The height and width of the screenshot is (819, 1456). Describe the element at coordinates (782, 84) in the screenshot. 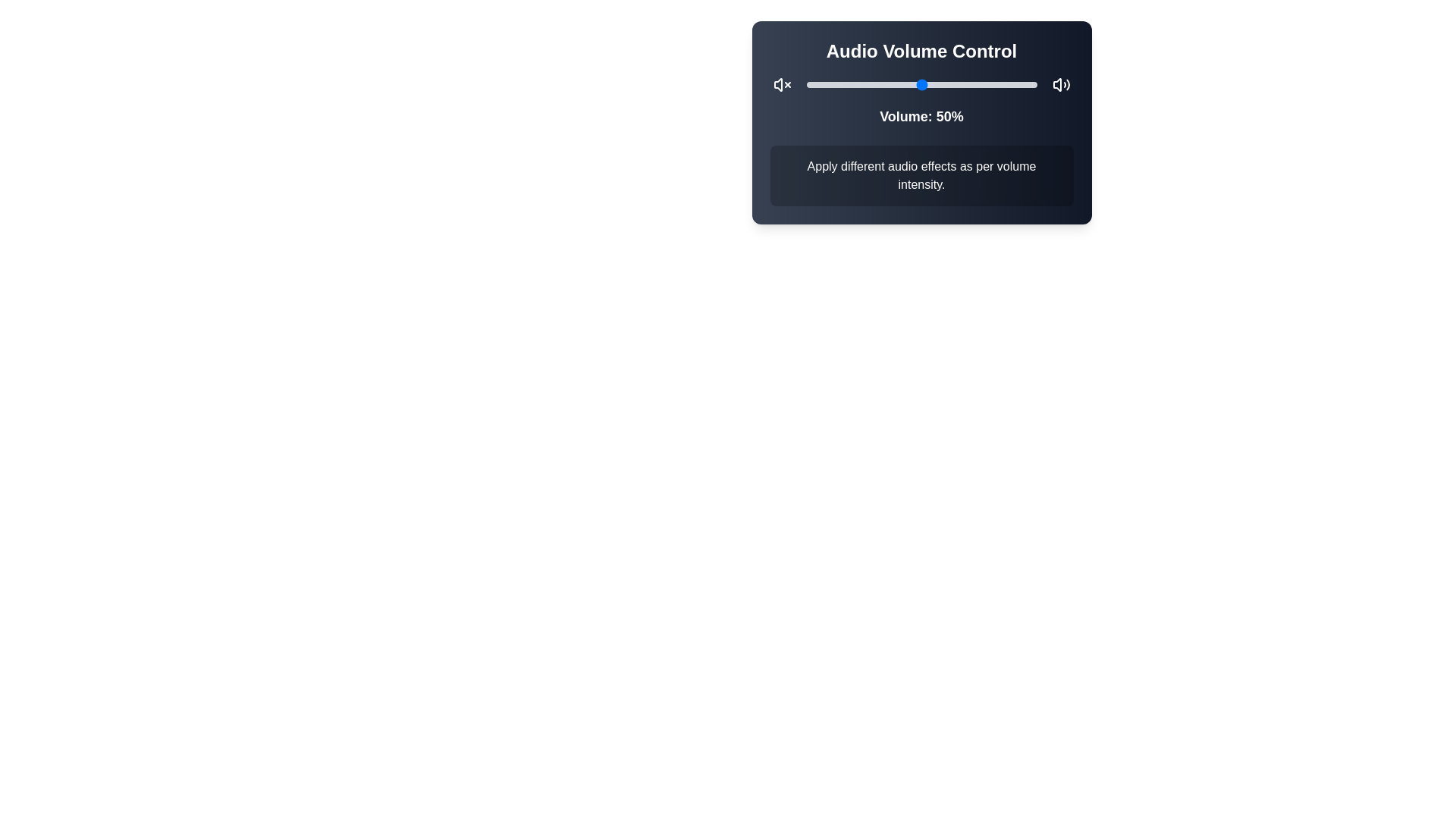

I see `the mute icon to mute the audio` at that location.